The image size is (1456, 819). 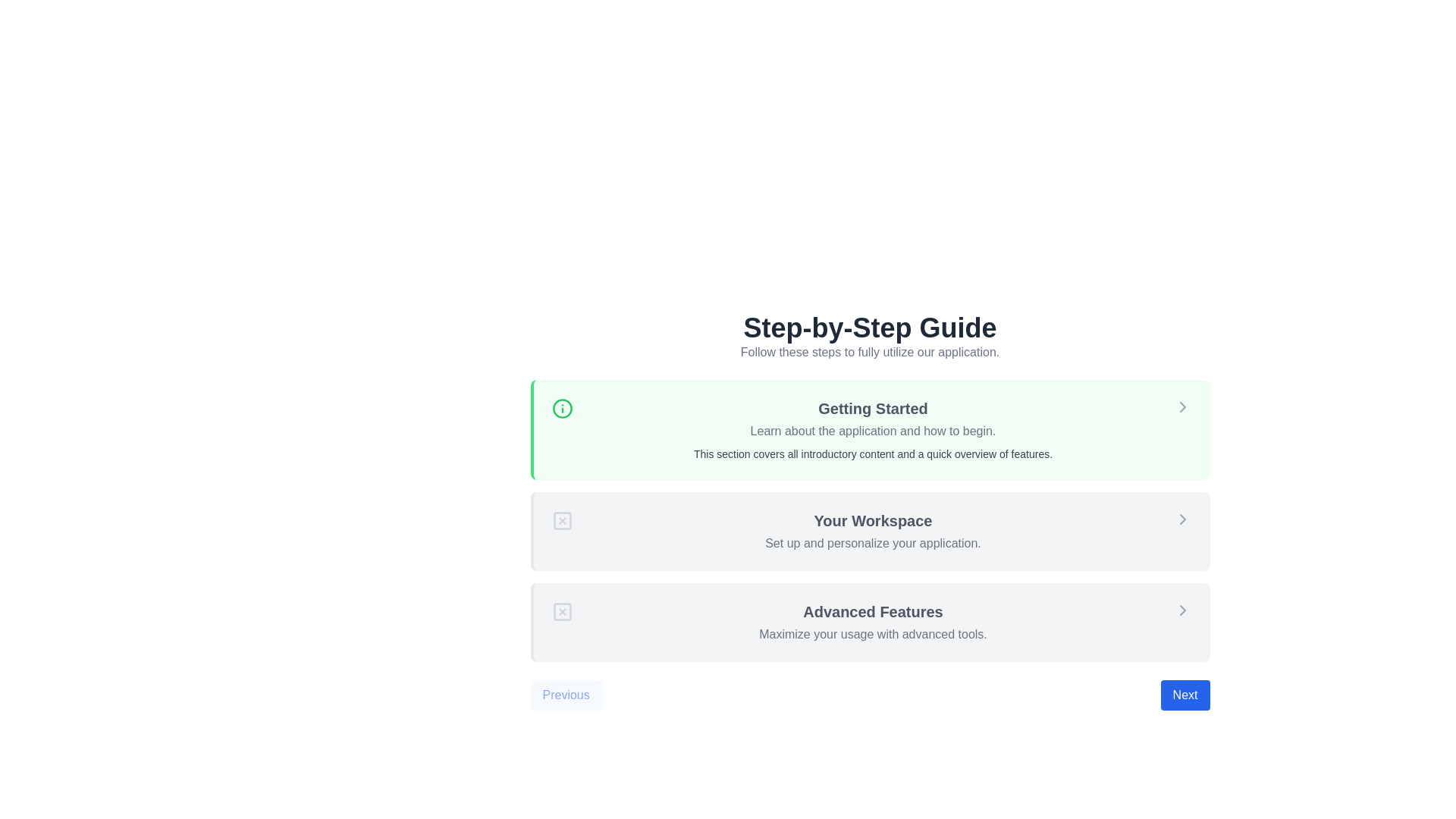 What do you see at coordinates (873, 408) in the screenshot?
I see `prominent gray text label that says 'Getting Started', which serves as a section header in the light green background of the guide layout` at bounding box center [873, 408].